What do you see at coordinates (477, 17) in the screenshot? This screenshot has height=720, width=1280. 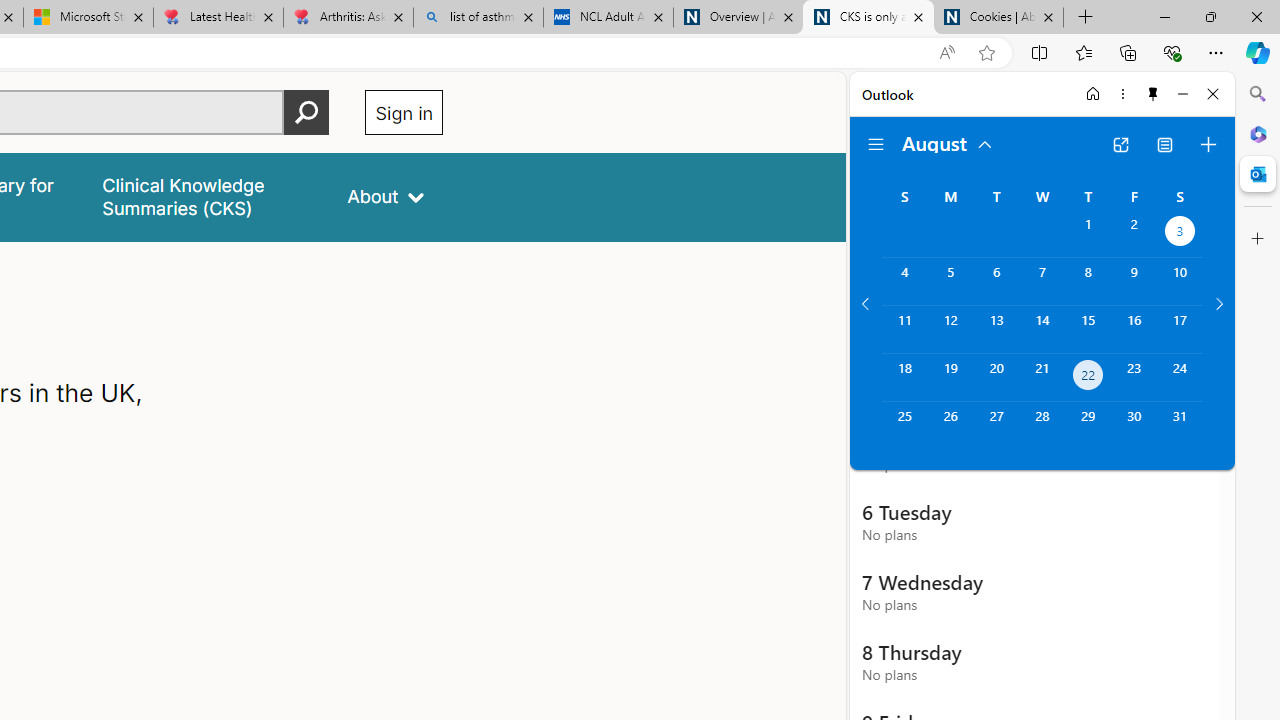 I see `'list of asthma inhalers uk - Search'` at bounding box center [477, 17].